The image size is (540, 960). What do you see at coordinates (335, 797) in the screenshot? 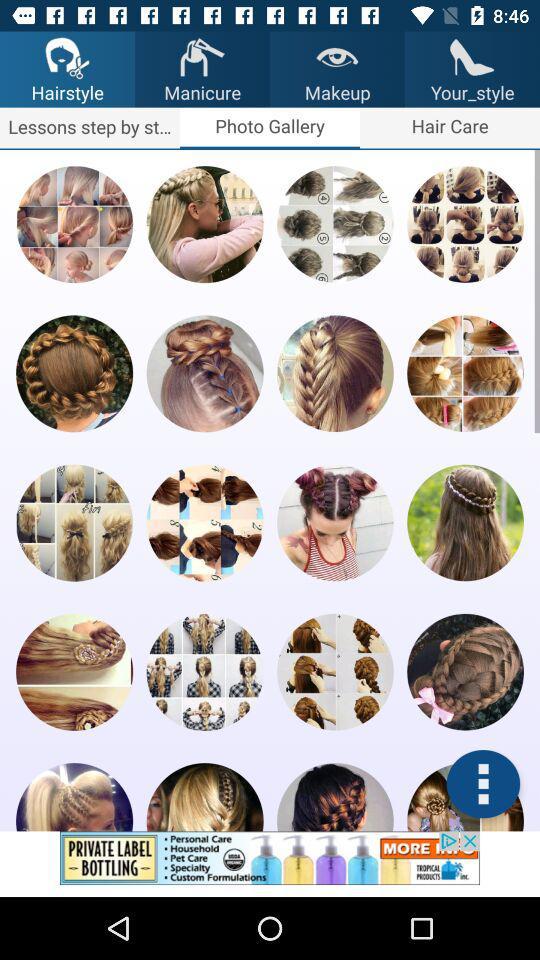
I see `hair cut numeber 19` at bounding box center [335, 797].